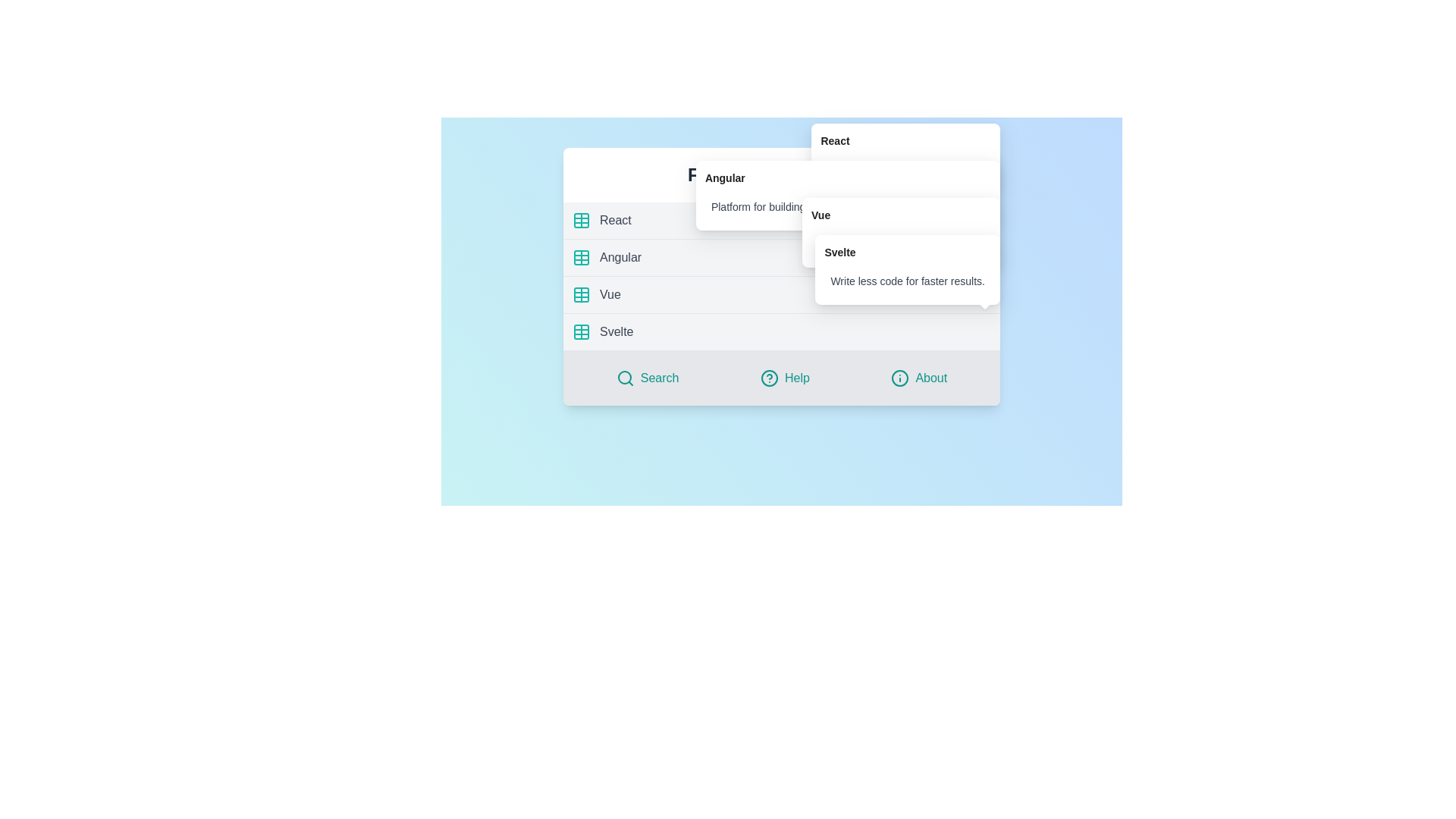 The height and width of the screenshot is (819, 1456). Describe the element at coordinates (581, 220) in the screenshot. I see `the teal grid icon located on the left side of the 'React' row in the vertical menu` at that location.